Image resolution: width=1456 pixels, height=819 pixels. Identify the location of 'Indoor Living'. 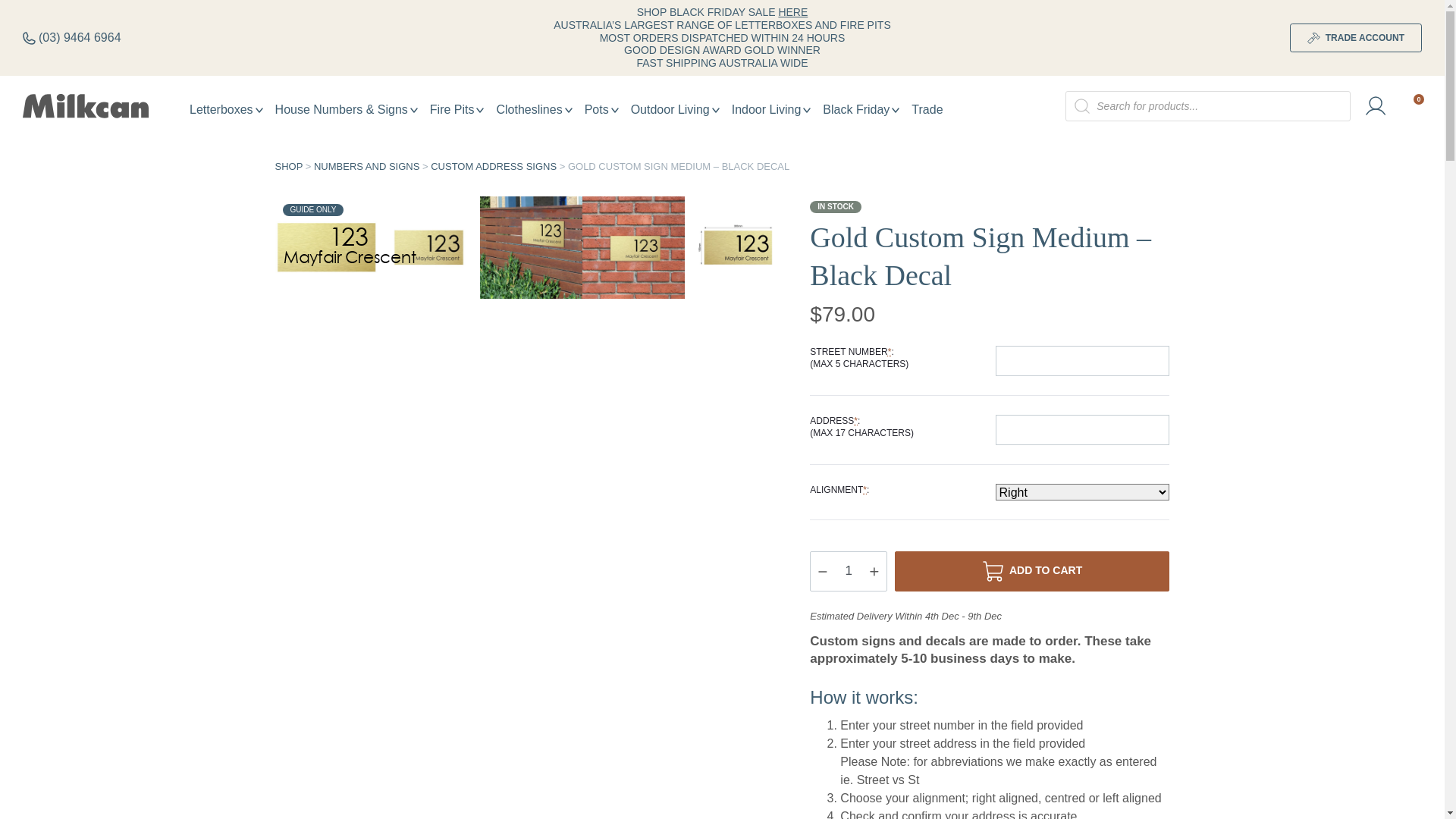
(771, 108).